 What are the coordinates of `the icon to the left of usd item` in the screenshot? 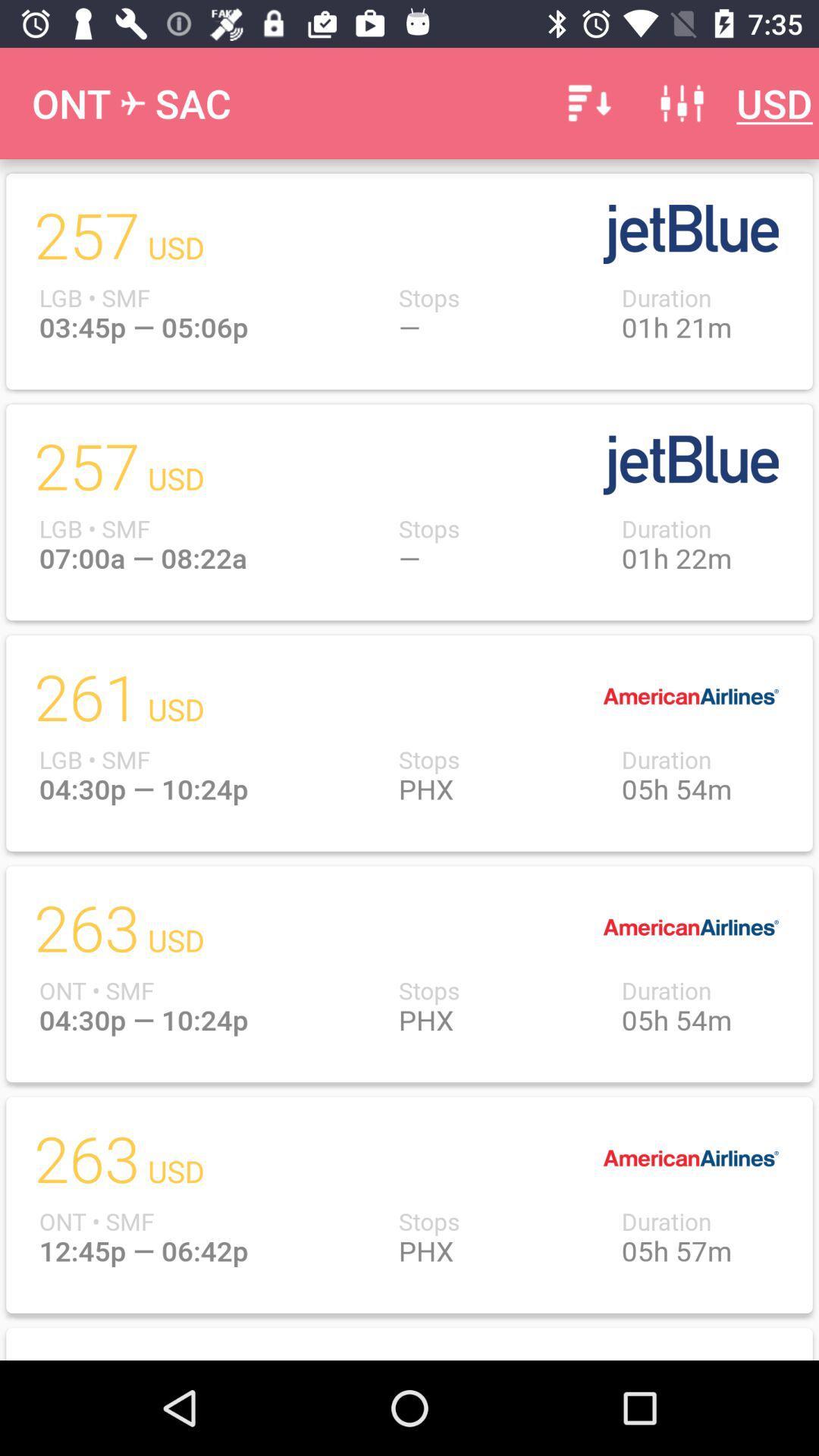 It's located at (681, 102).